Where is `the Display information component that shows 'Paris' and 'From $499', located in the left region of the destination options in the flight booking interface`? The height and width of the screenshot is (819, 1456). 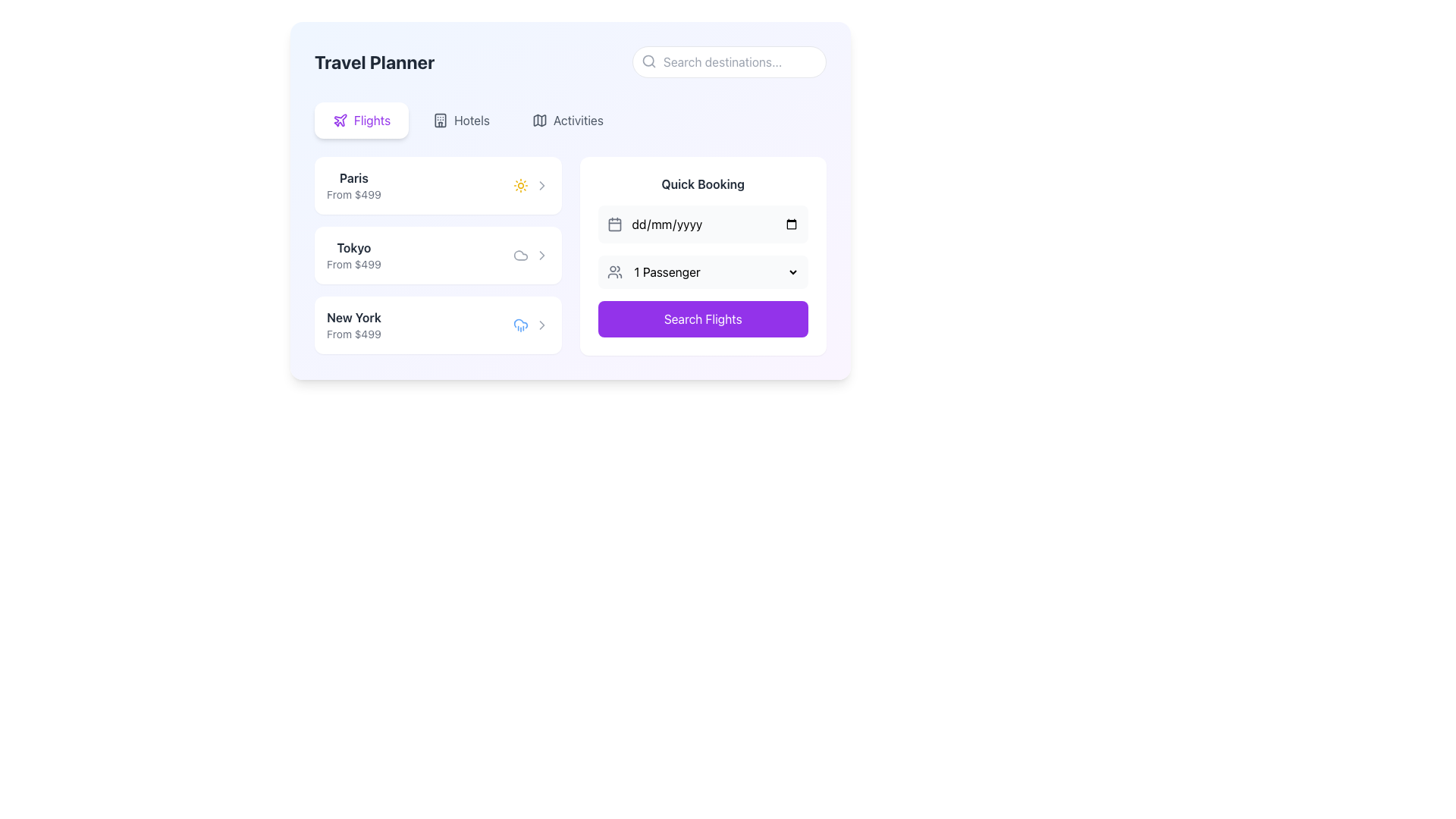
the Display information component that shows 'Paris' and 'From $499', located in the left region of the destination options in the flight booking interface is located at coordinates (353, 185).